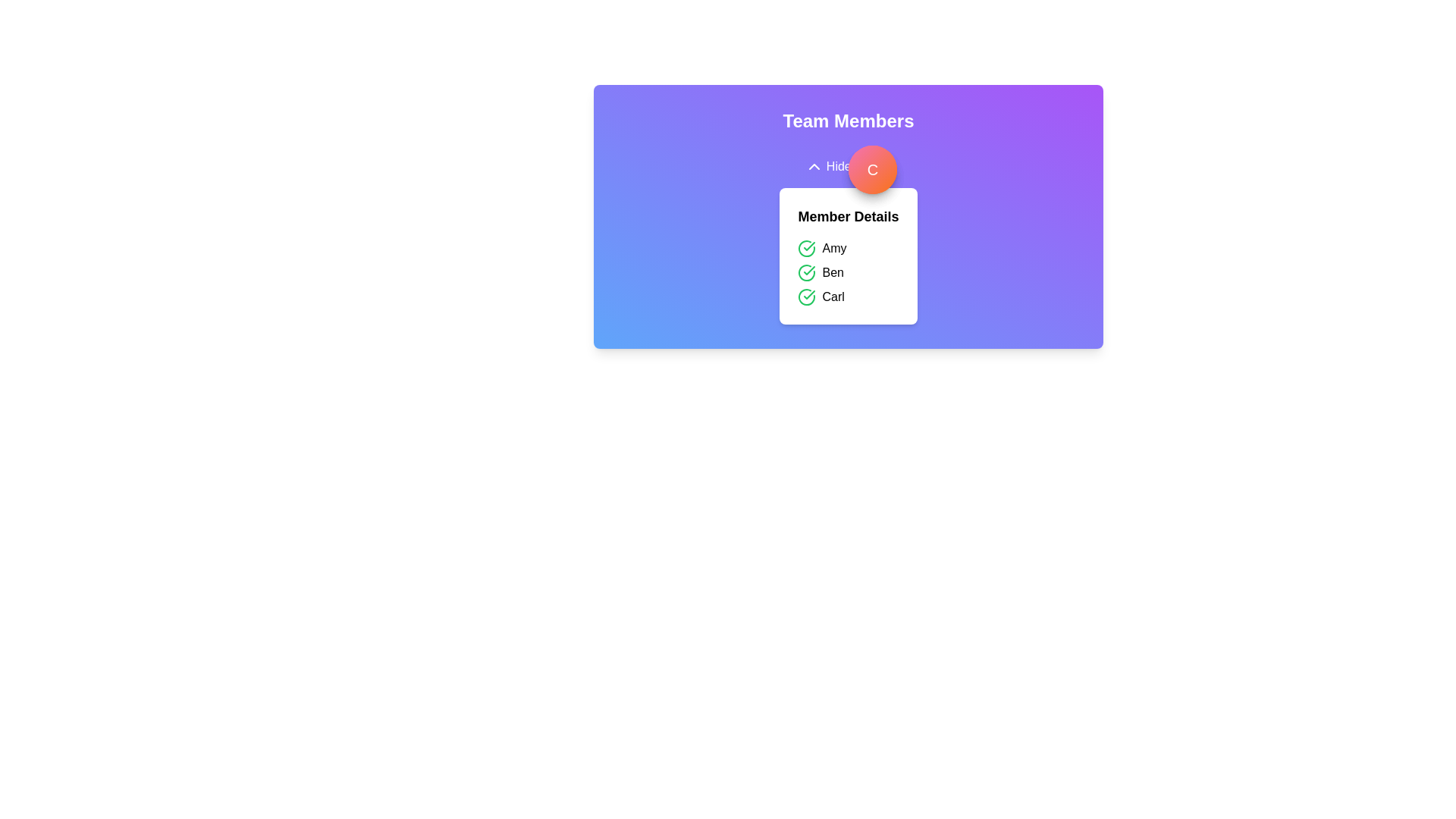  What do you see at coordinates (806, 271) in the screenshot?
I see `the approval icon associated with the label 'Ben'` at bounding box center [806, 271].